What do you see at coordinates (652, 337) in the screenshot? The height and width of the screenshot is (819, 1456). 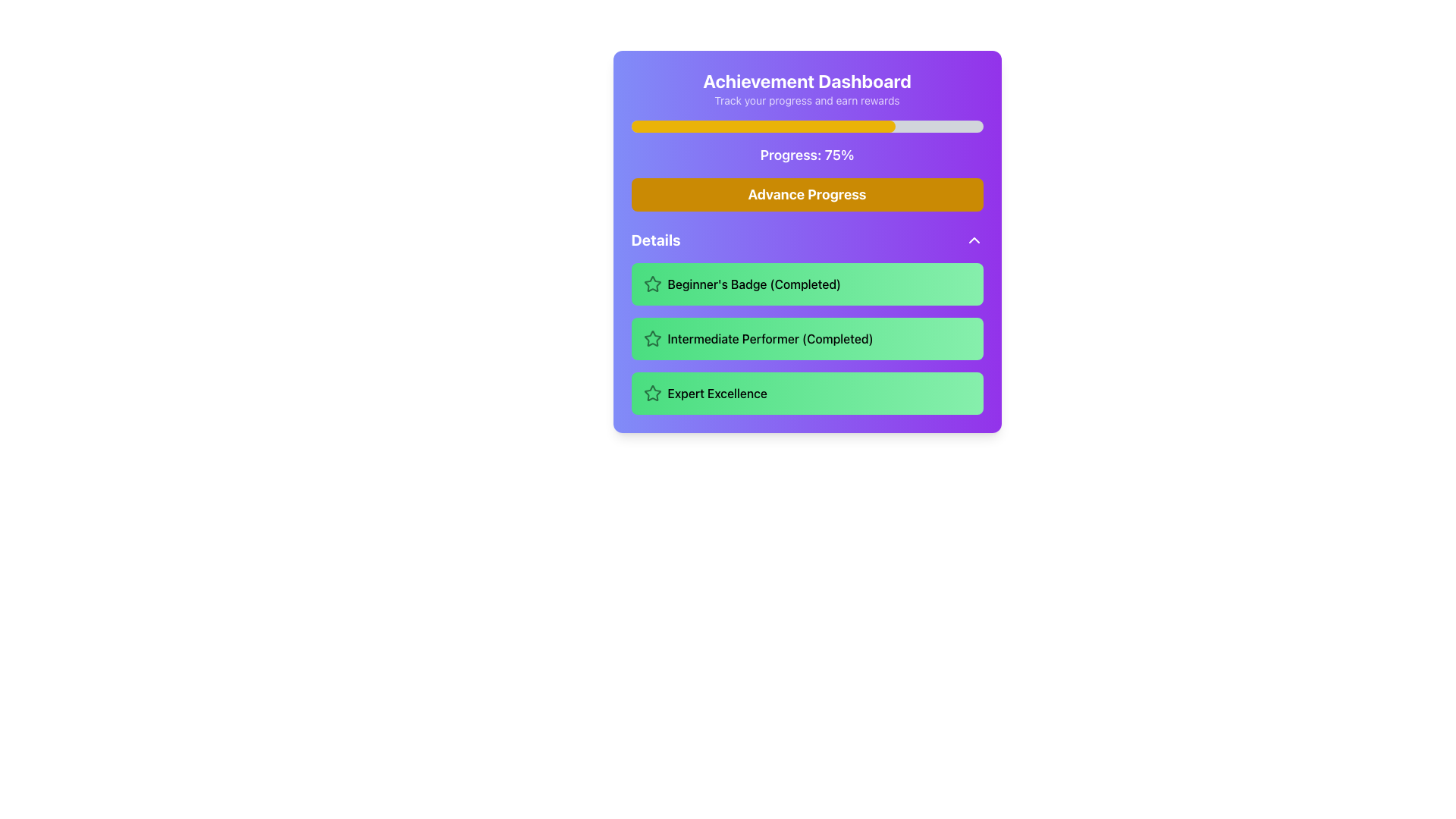 I see `the outlined five-pointed star icon located within the second green box of the Achievement Dashboard, which is labeled 'Intermediate Performer (Completed)'` at bounding box center [652, 337].